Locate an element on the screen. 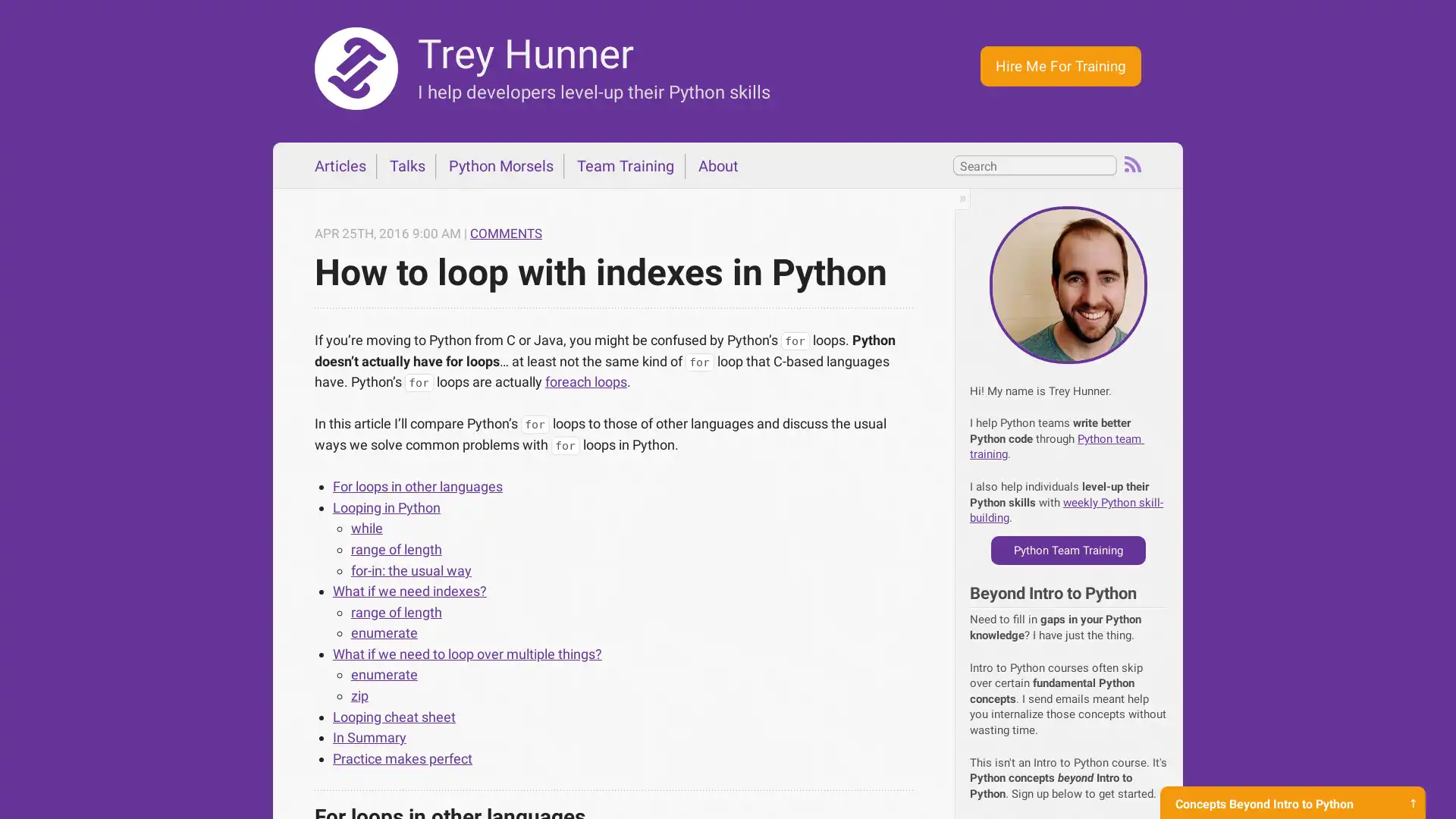 The height and width of the screenshot is (819, 1456). Sign up for Python Concepts is located at coordinates (1291, 788).